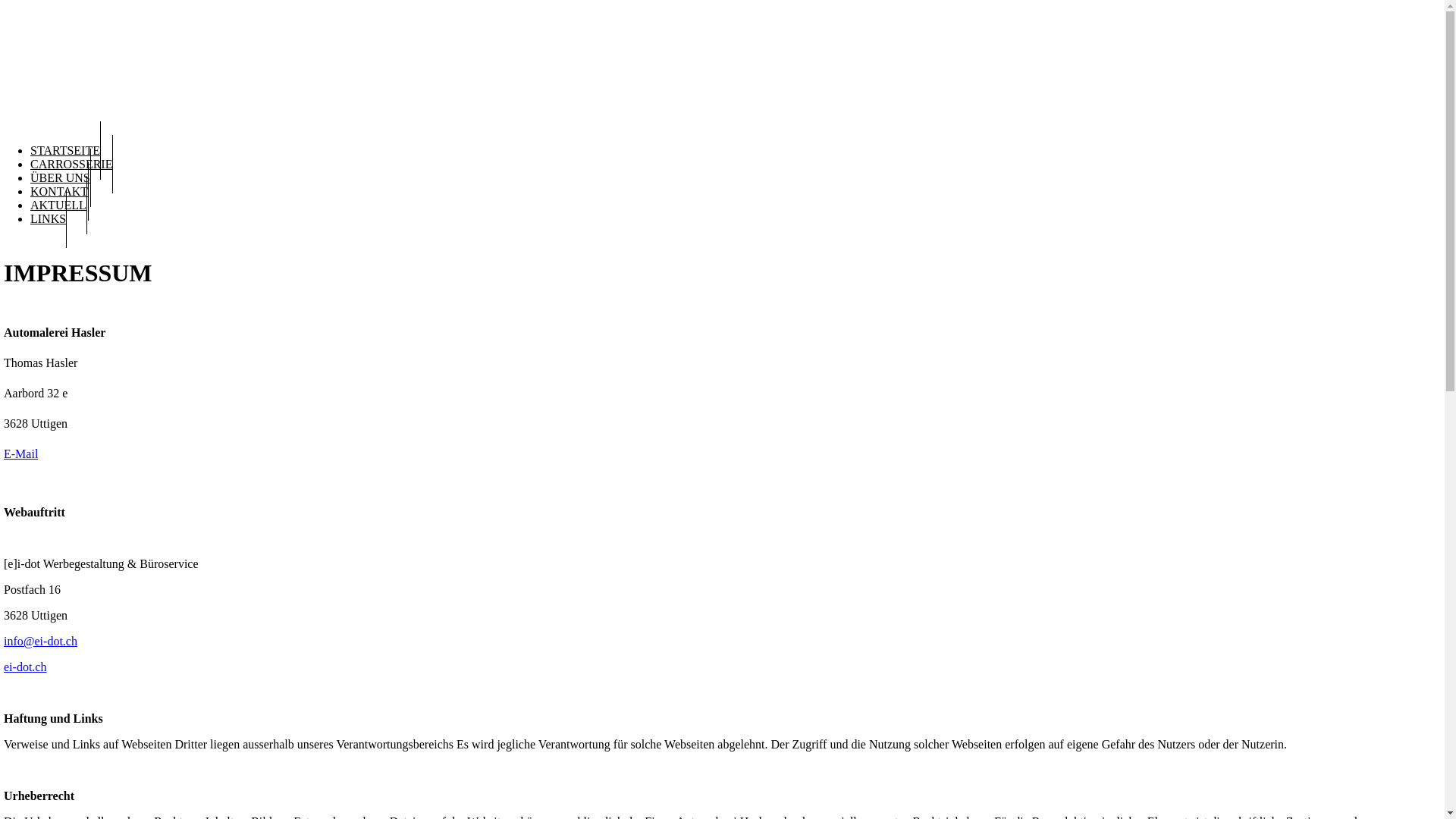 Image resolution: width=1456 pixels, height=819 pixels. I want to click on 'KONTAKT', so click(59, 190).